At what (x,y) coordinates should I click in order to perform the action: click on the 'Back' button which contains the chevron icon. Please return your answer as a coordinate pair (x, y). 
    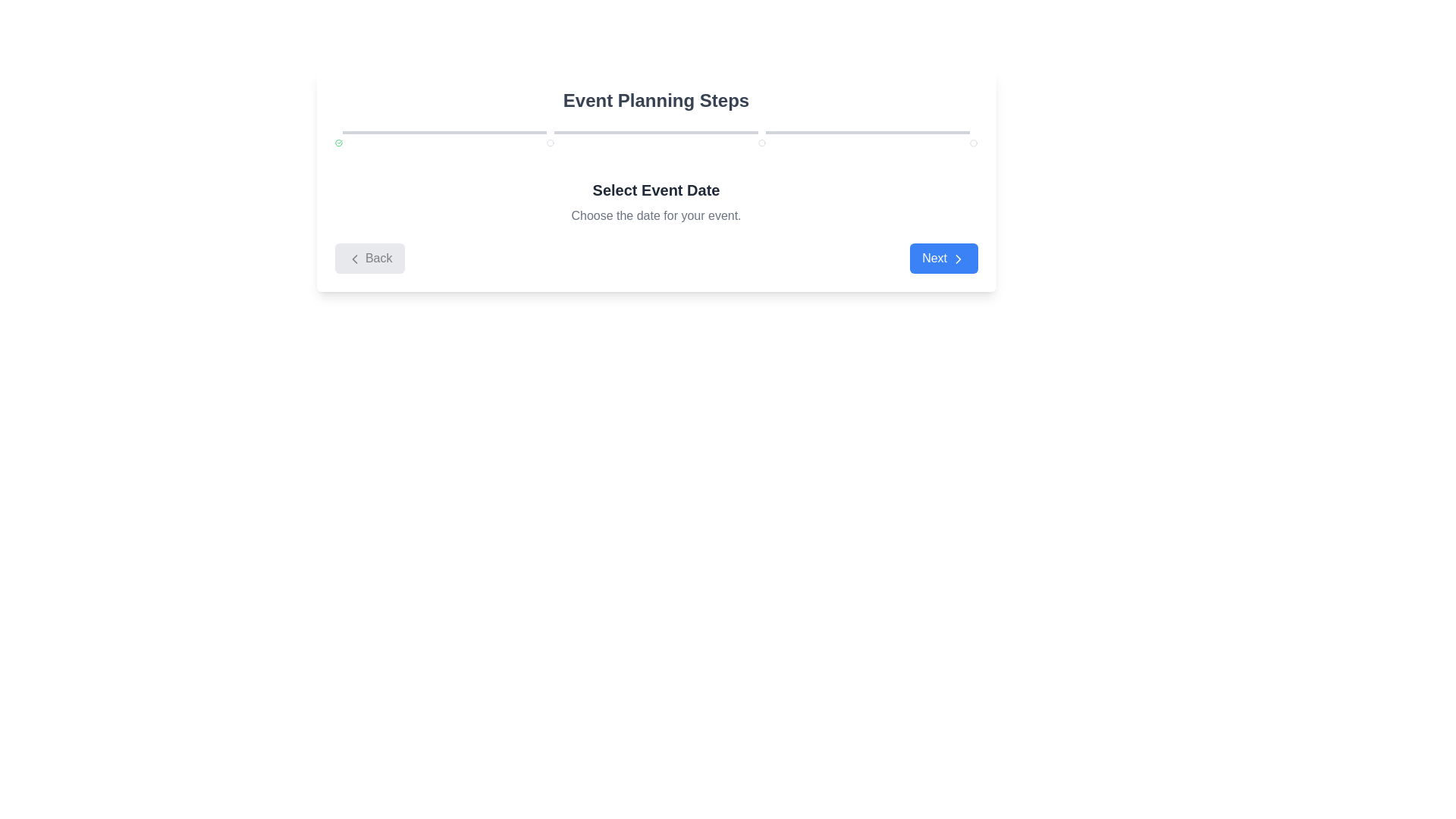
    Looking at the image, I should click on (353, 258).